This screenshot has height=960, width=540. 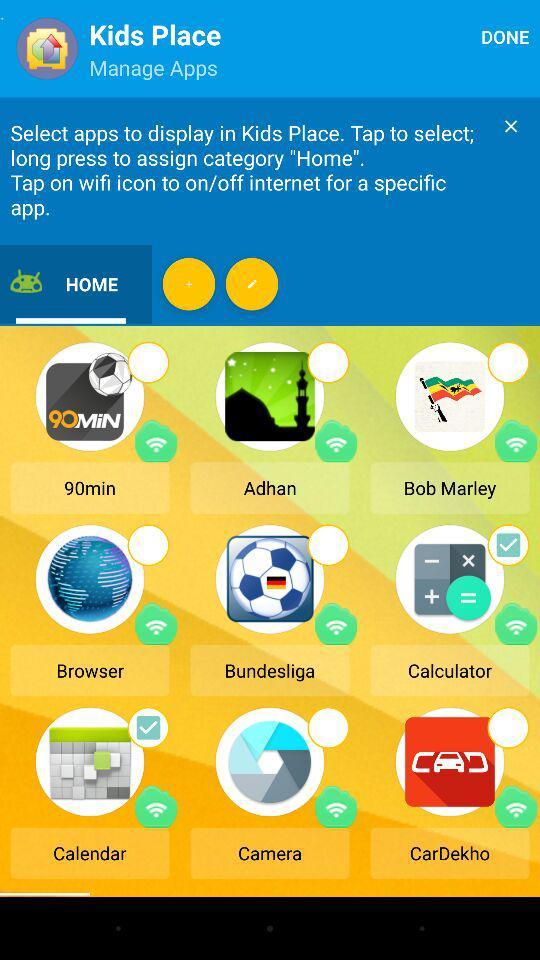 I want to click on the close icon, so click(x=511, y=125).